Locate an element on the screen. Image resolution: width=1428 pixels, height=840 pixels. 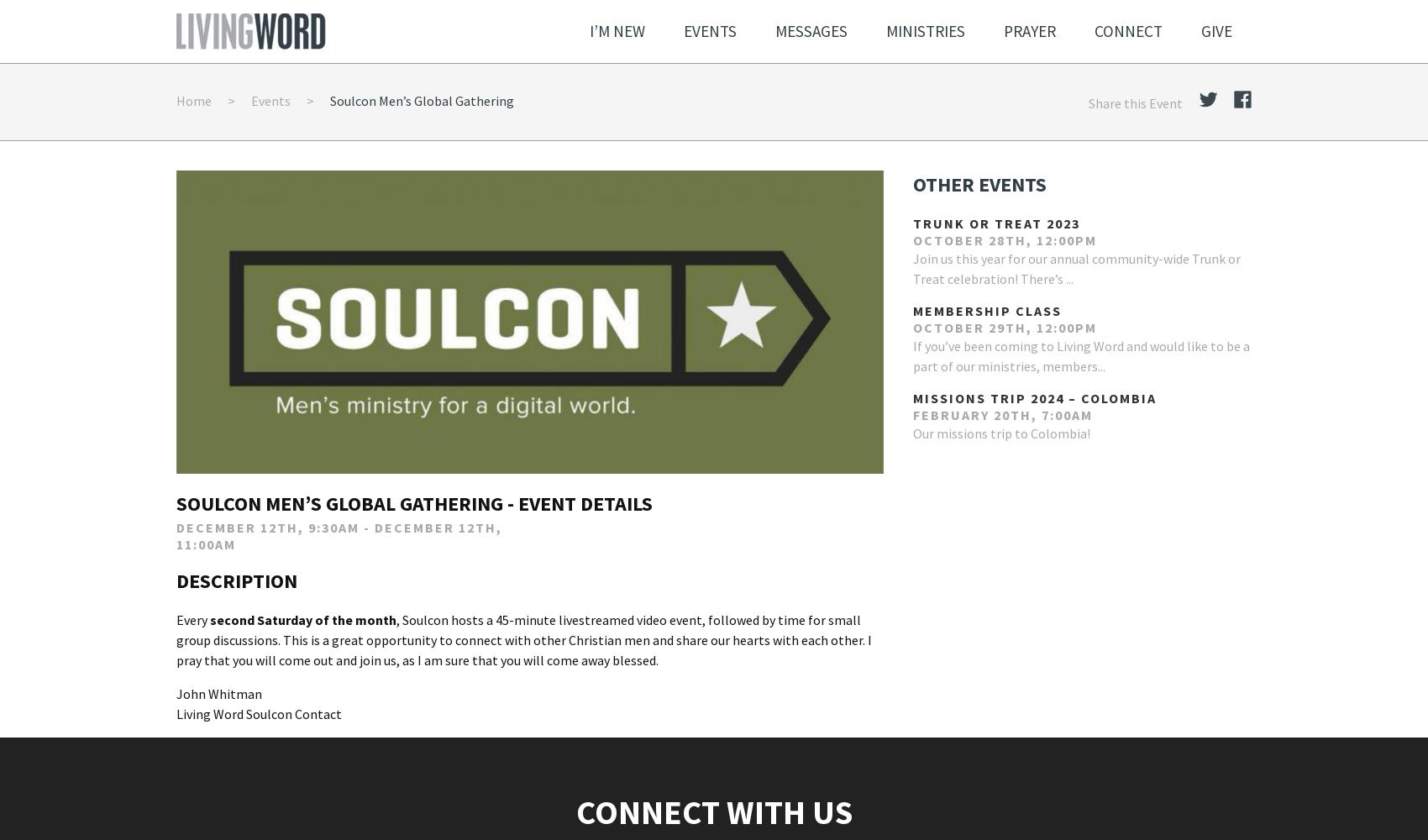
'Soulcon Men’s Global Gathering' is located at coordinates (422, 99).